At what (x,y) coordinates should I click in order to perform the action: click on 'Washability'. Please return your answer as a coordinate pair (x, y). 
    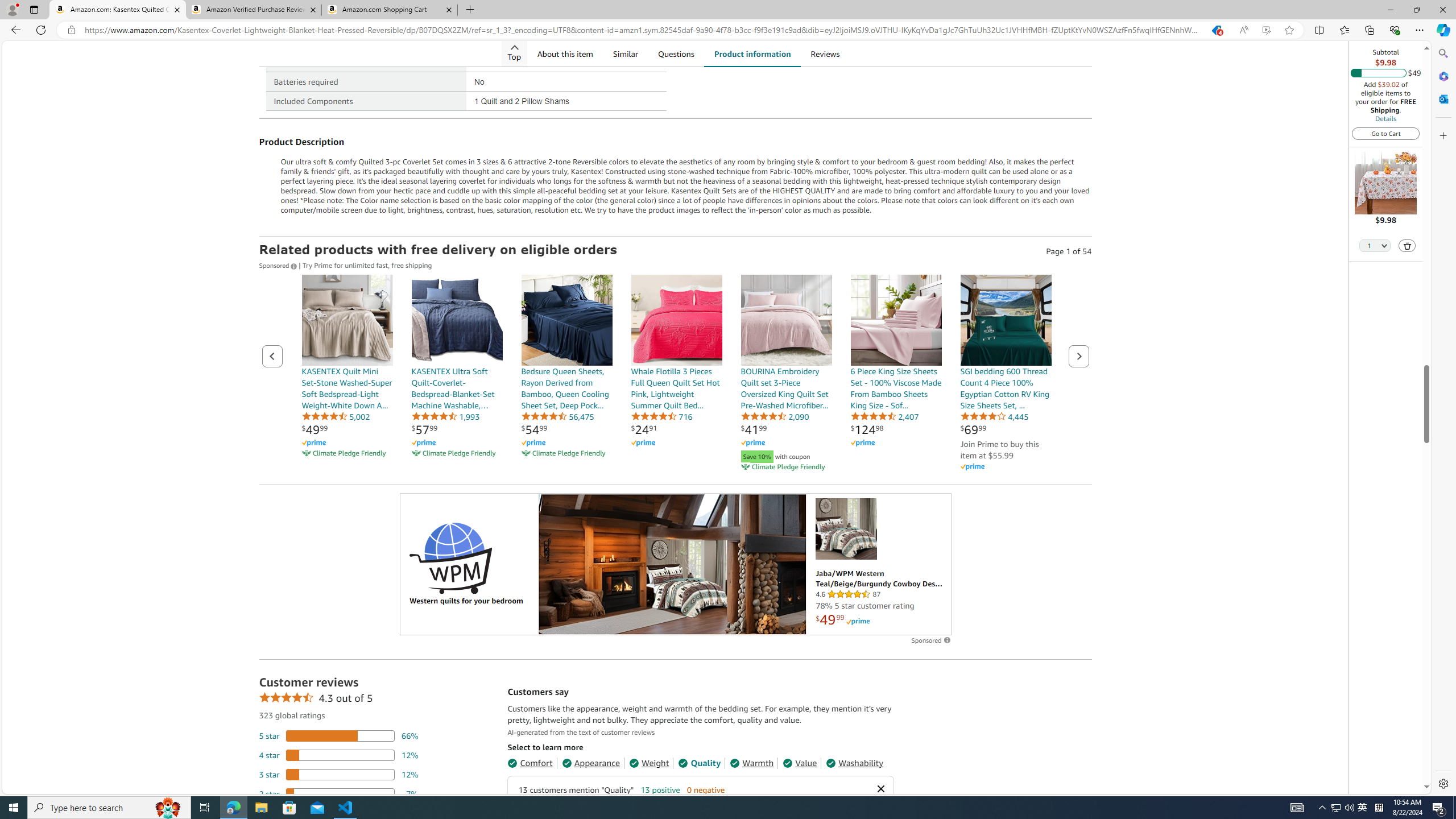
    Looking at the image, I should click on (854, 762).